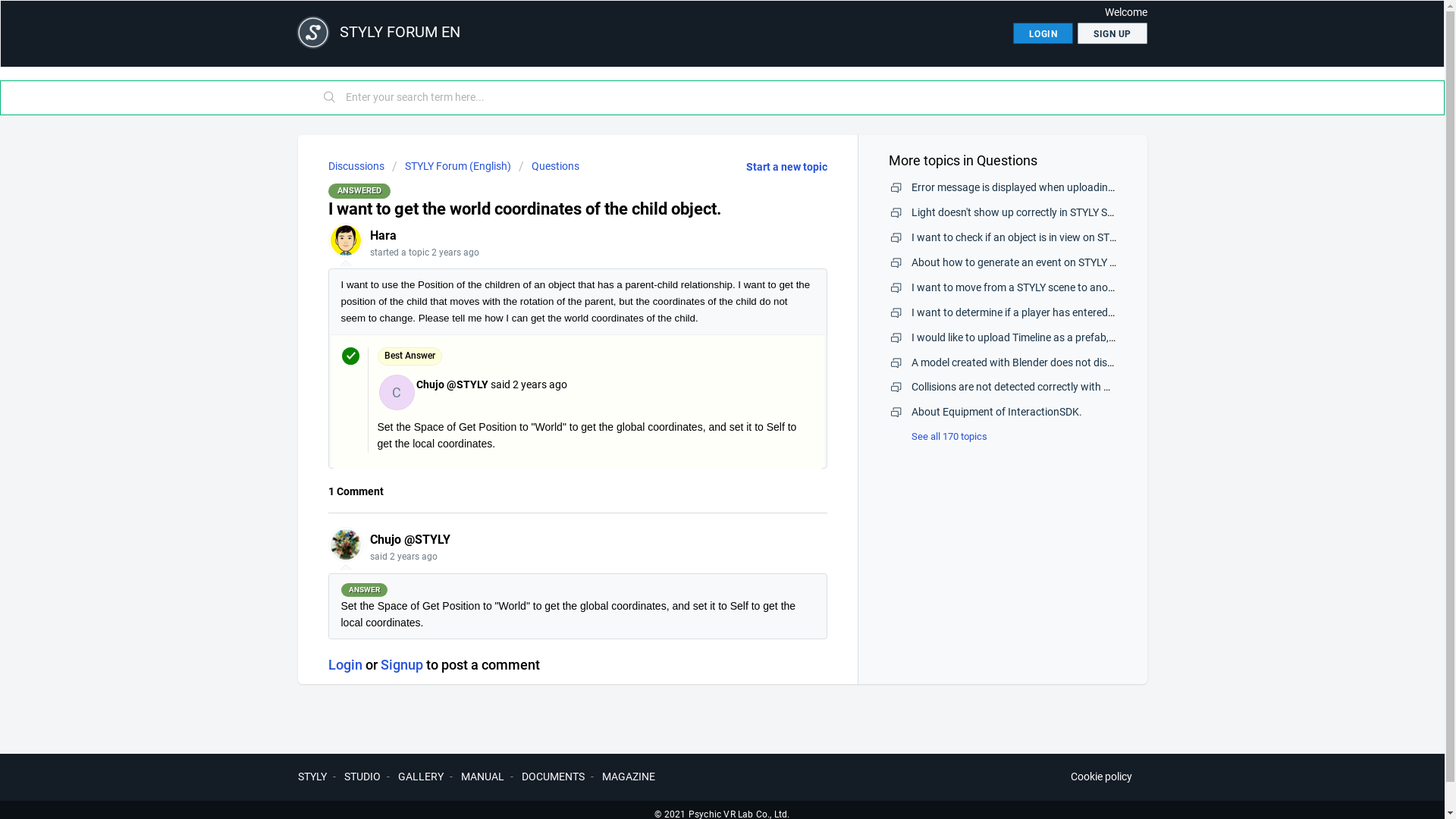  I want to click on 'About Equipment of InteractionSDK.', so click(996, 412).